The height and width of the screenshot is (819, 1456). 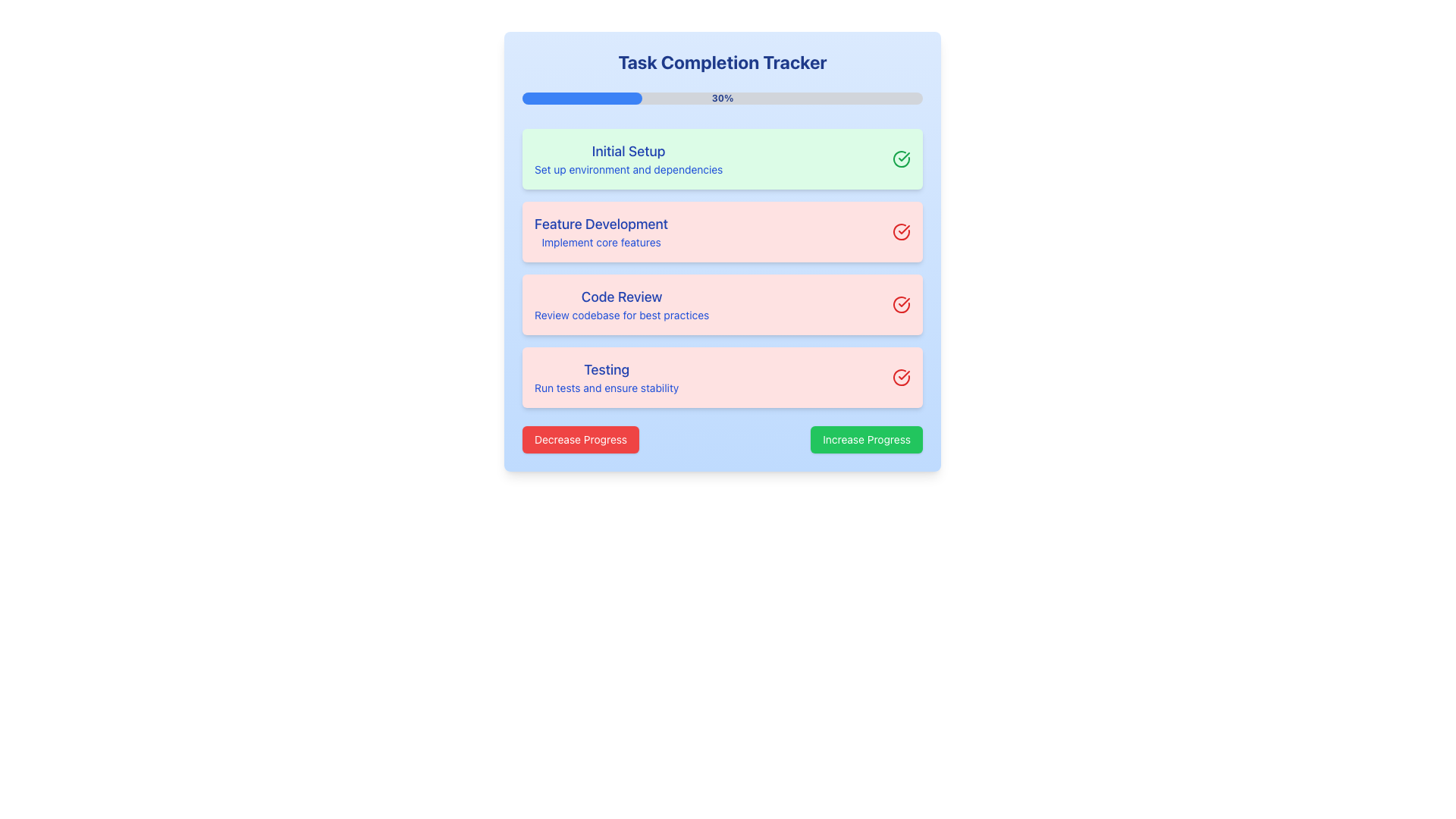 What do you see at coordinates (722, 231) in the screenshot?
I see `the Task item display block titled 'Feature Development' with a light red background and a red circular checkmark icon` at bounding box center [722, 231].